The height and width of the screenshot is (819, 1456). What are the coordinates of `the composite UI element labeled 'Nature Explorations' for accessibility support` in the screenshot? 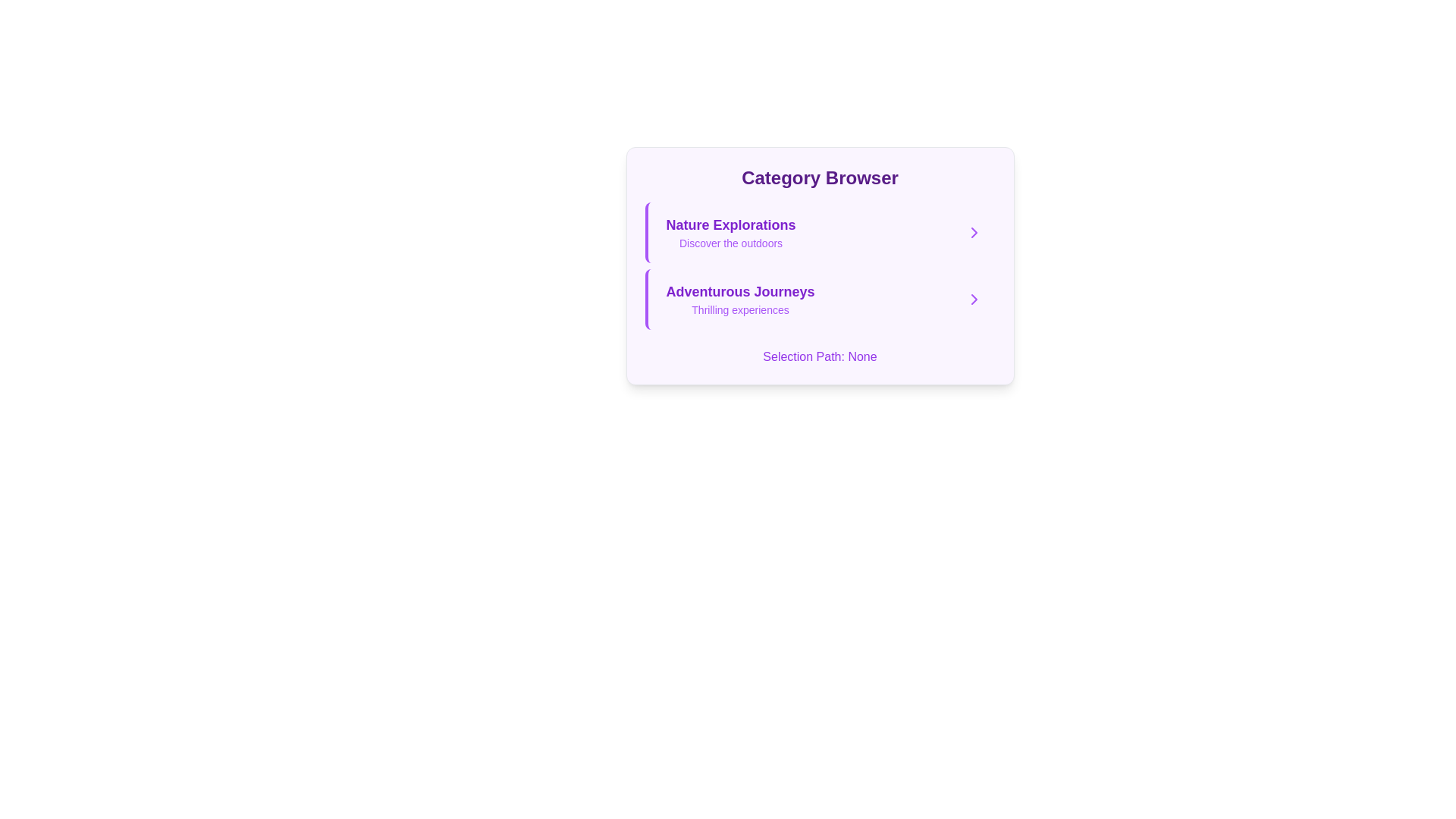 It's located at (824, 233).